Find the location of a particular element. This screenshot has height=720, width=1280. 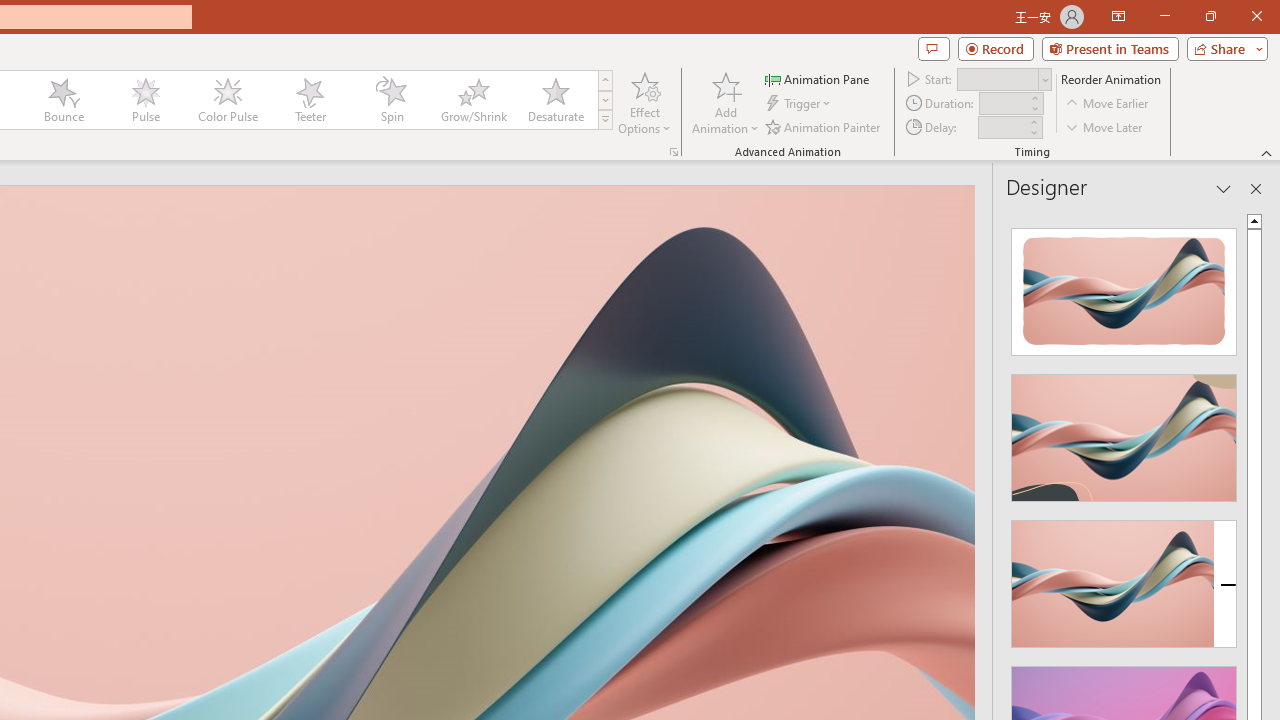

'Present in Teams' is located at coordinates (1109, 47).